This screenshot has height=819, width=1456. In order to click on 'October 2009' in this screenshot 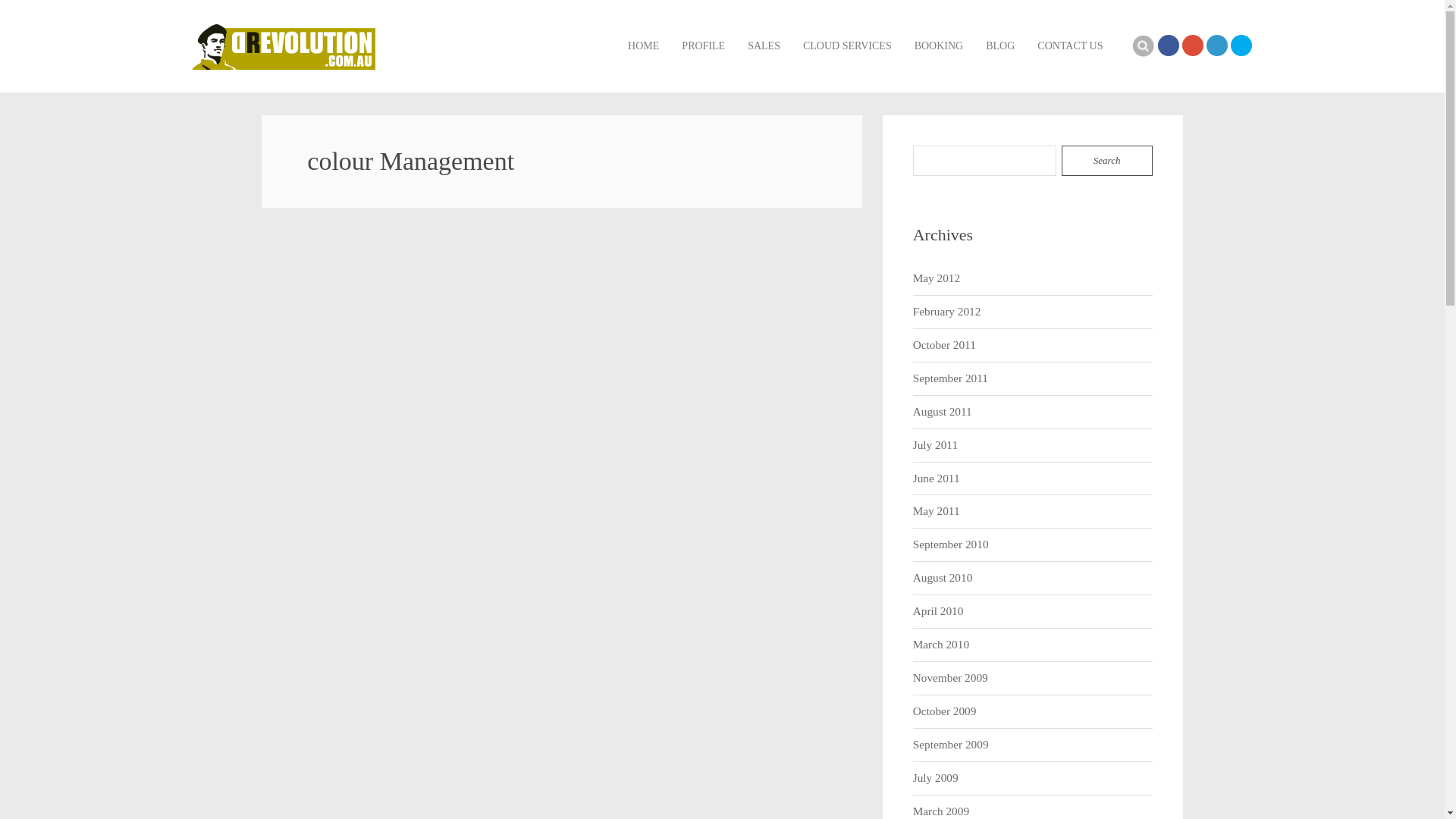, I will do `click(944, 711)`.